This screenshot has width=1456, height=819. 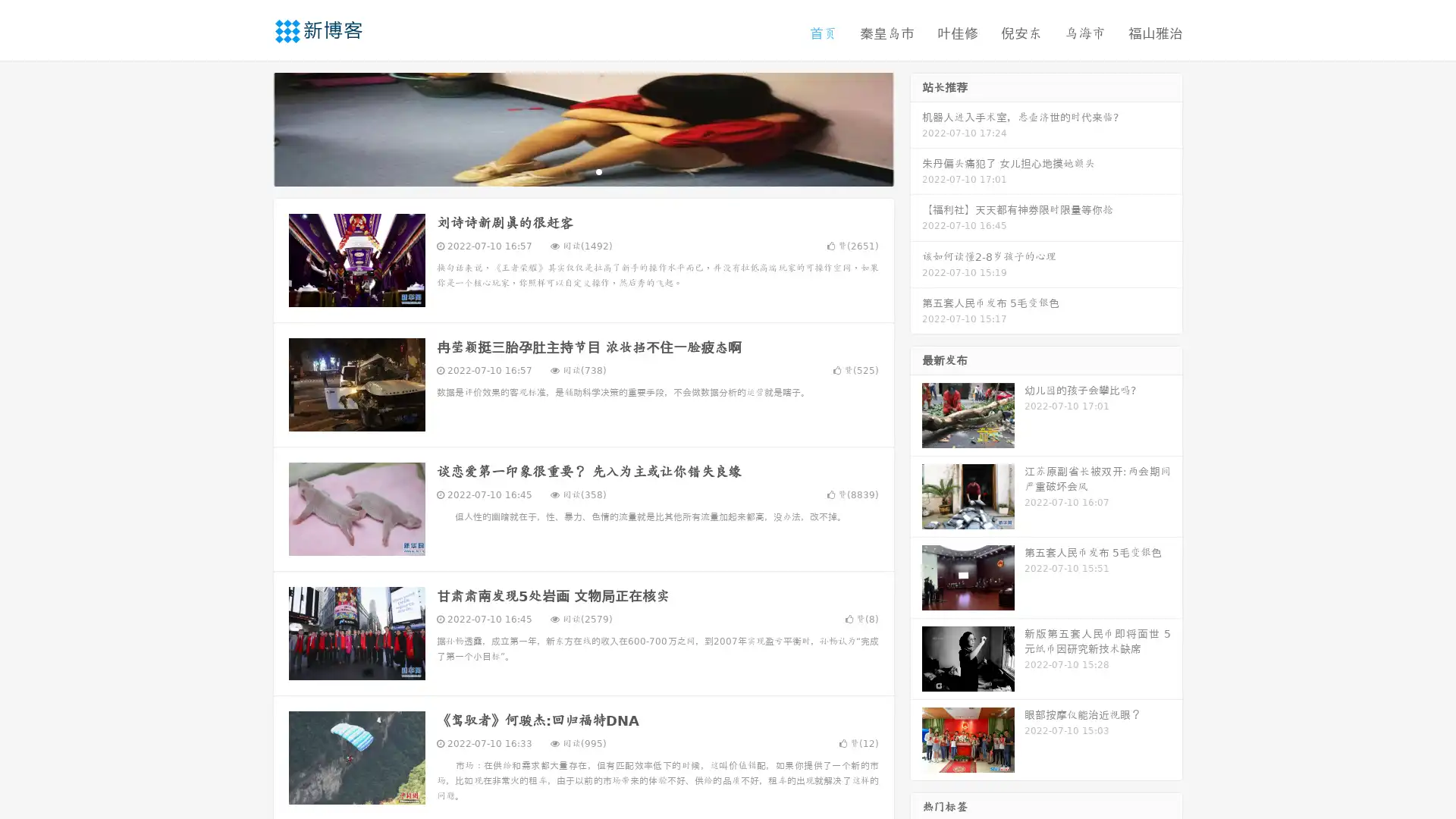 I want to click on Go to slide 3, so click(x=598, y=171).